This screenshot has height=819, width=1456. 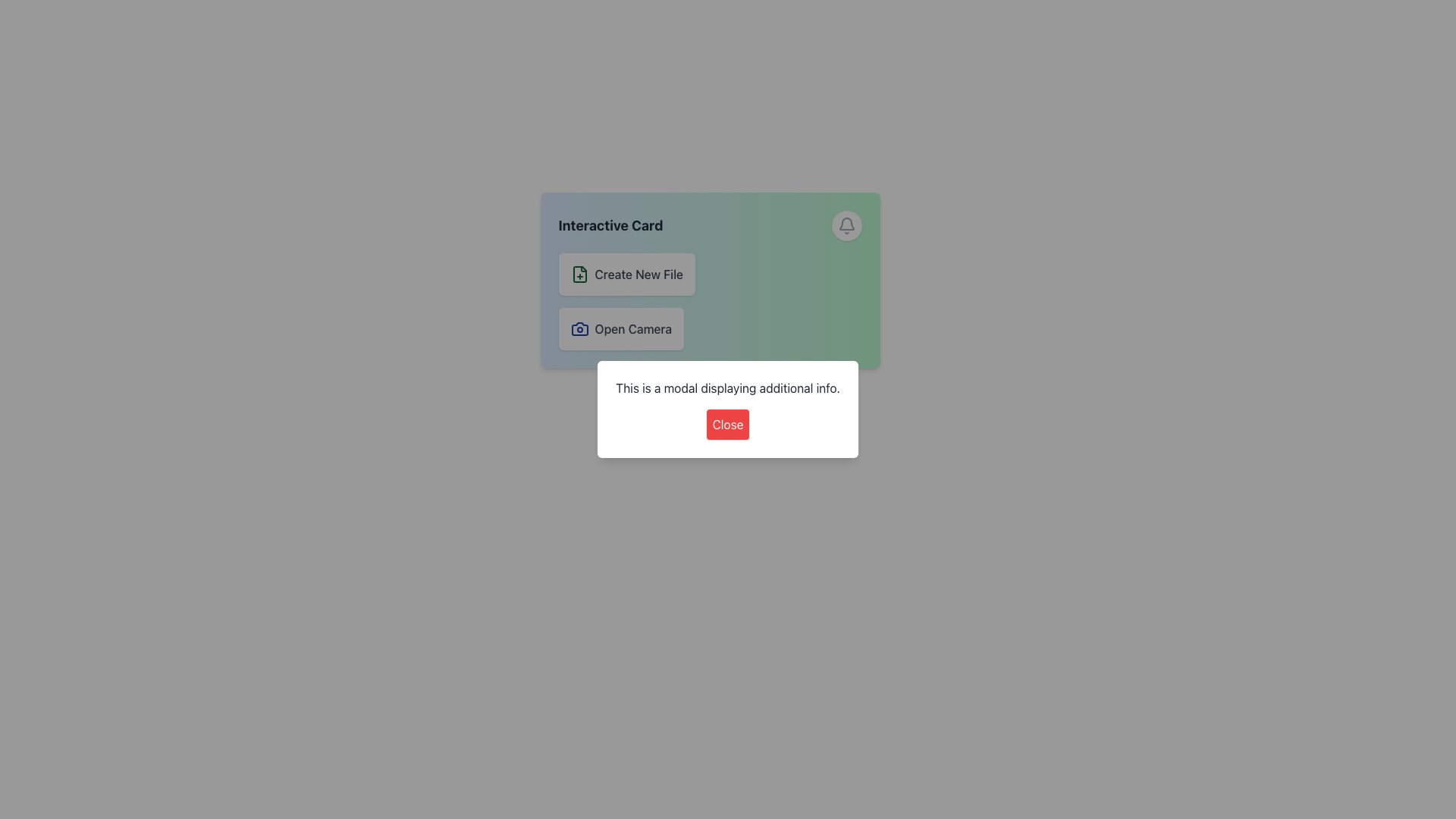 What do you see at coordinates (728, 409) in the screenshot?
I see `the 'Close' button of the modal dialog box, which is visually identified by its red color and labeled 'Close'` at bounding box center [728, 409].